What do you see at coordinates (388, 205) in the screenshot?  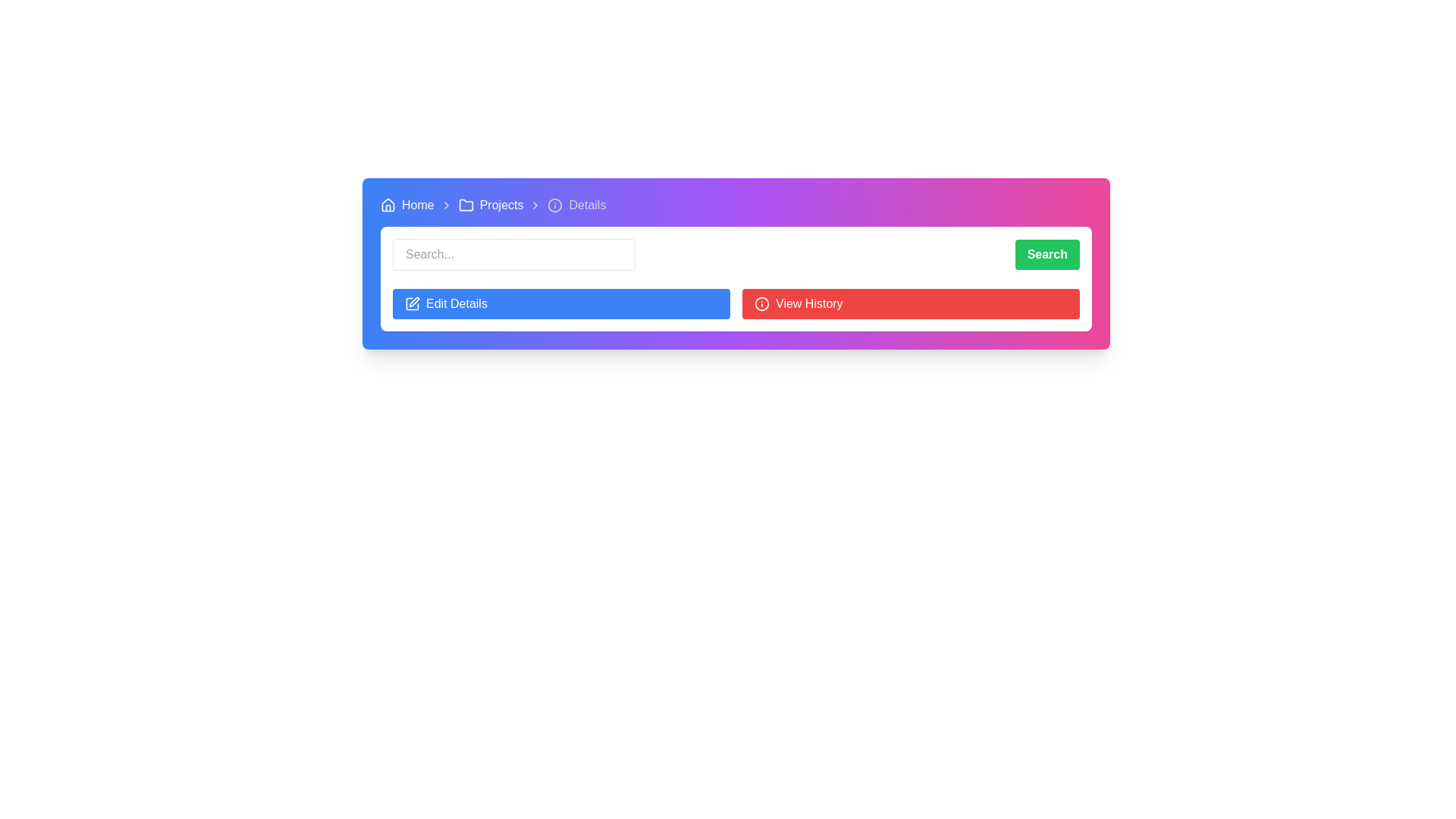 I see `the 'Home' icon in the breadcrumb navigation located at the top-left corner of the interface` at bounding box center [388, 205].